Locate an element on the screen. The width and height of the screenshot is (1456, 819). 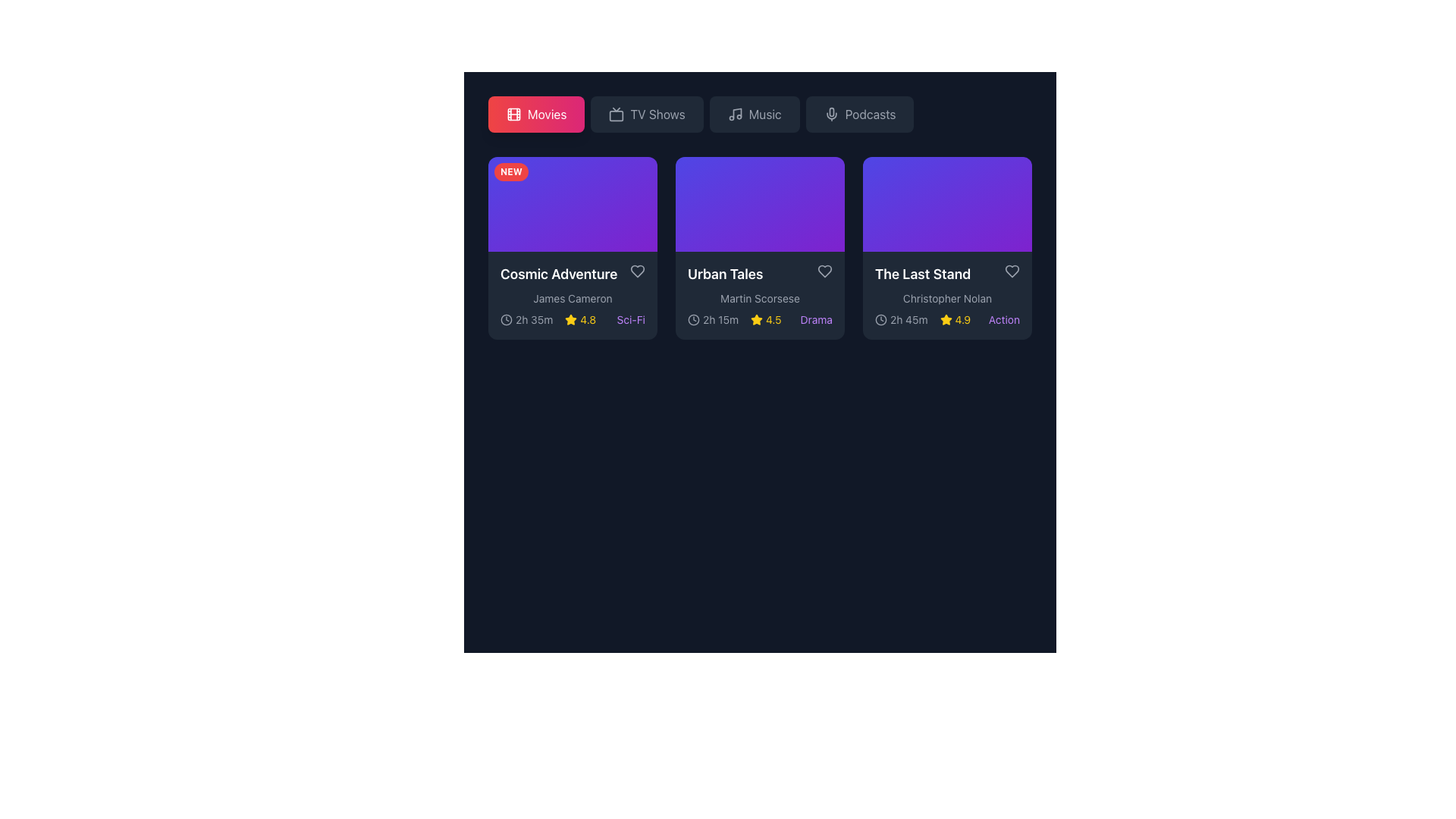
text displayed in the 'Action' genre label located at the bottom right corner of the third card from the left, next to the yellow '4.9' rating label is located at coordinates (1004, 319).